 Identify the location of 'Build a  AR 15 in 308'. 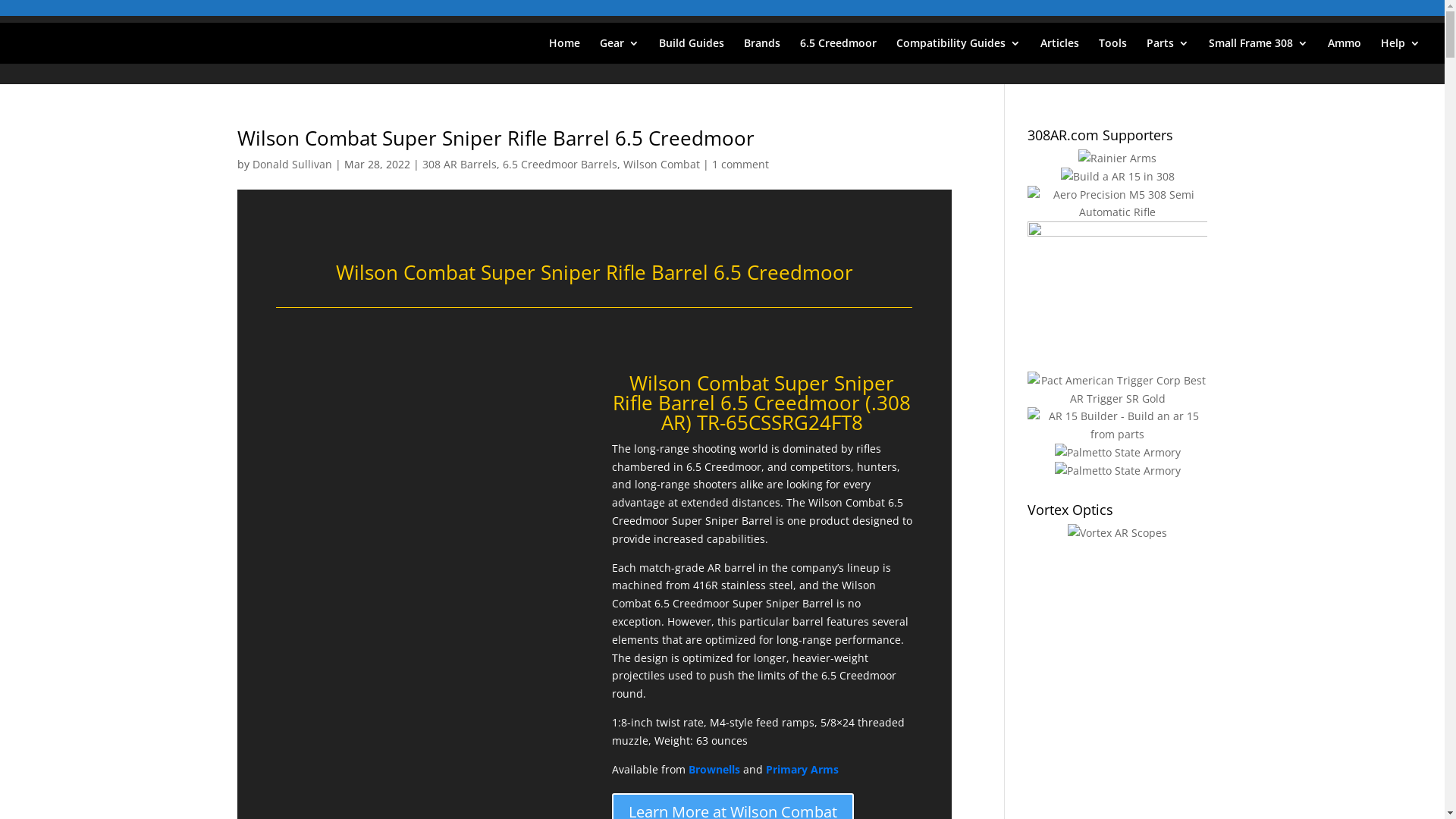
(1117, 175).